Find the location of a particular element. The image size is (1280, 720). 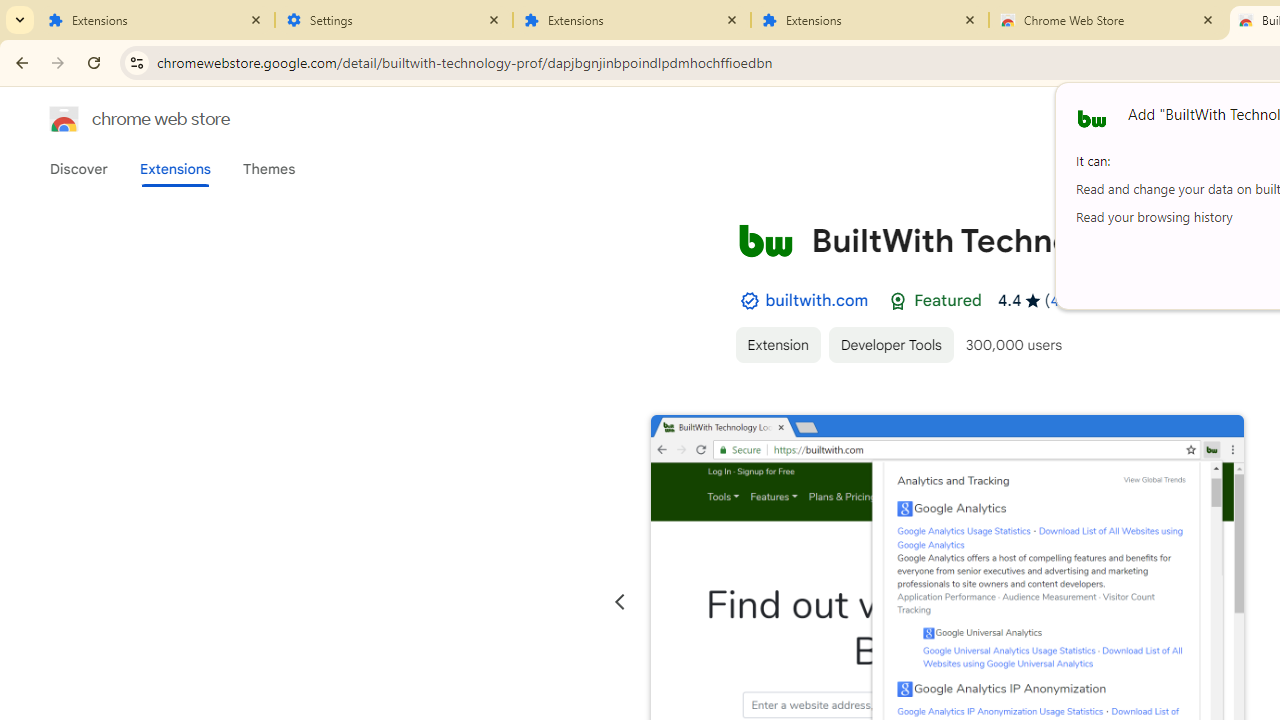

'Chrome Web Store logo chrome web store' is located at coordinates (118, 119).